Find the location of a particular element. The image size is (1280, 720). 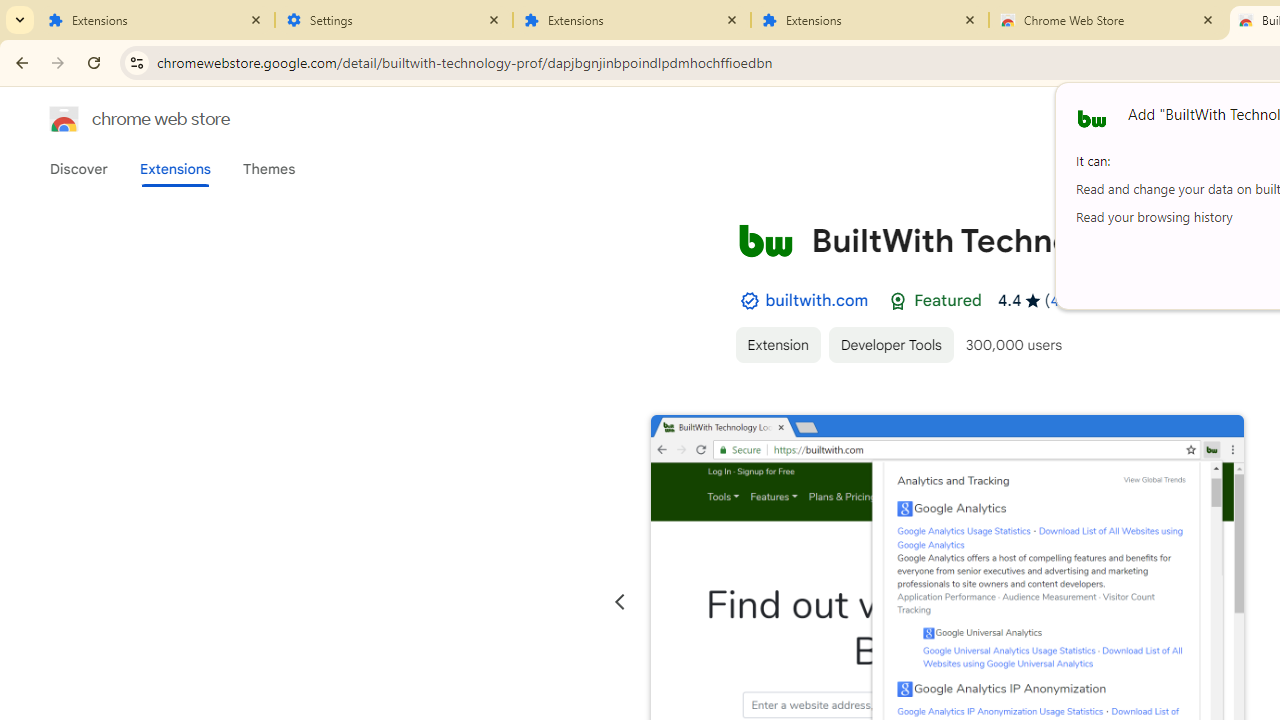

'Chrome Web Store logo chrome web store' is located at coordinates (118, 119).